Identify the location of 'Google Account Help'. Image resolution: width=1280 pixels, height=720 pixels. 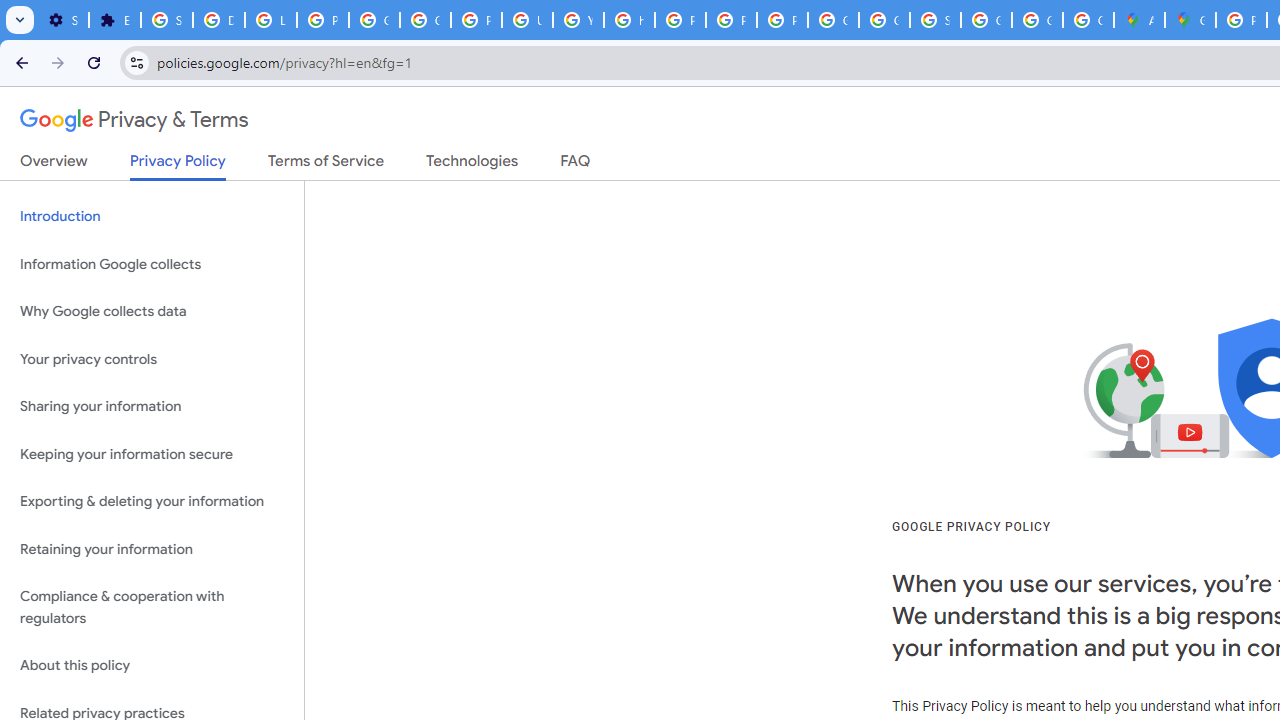
(375, 20).